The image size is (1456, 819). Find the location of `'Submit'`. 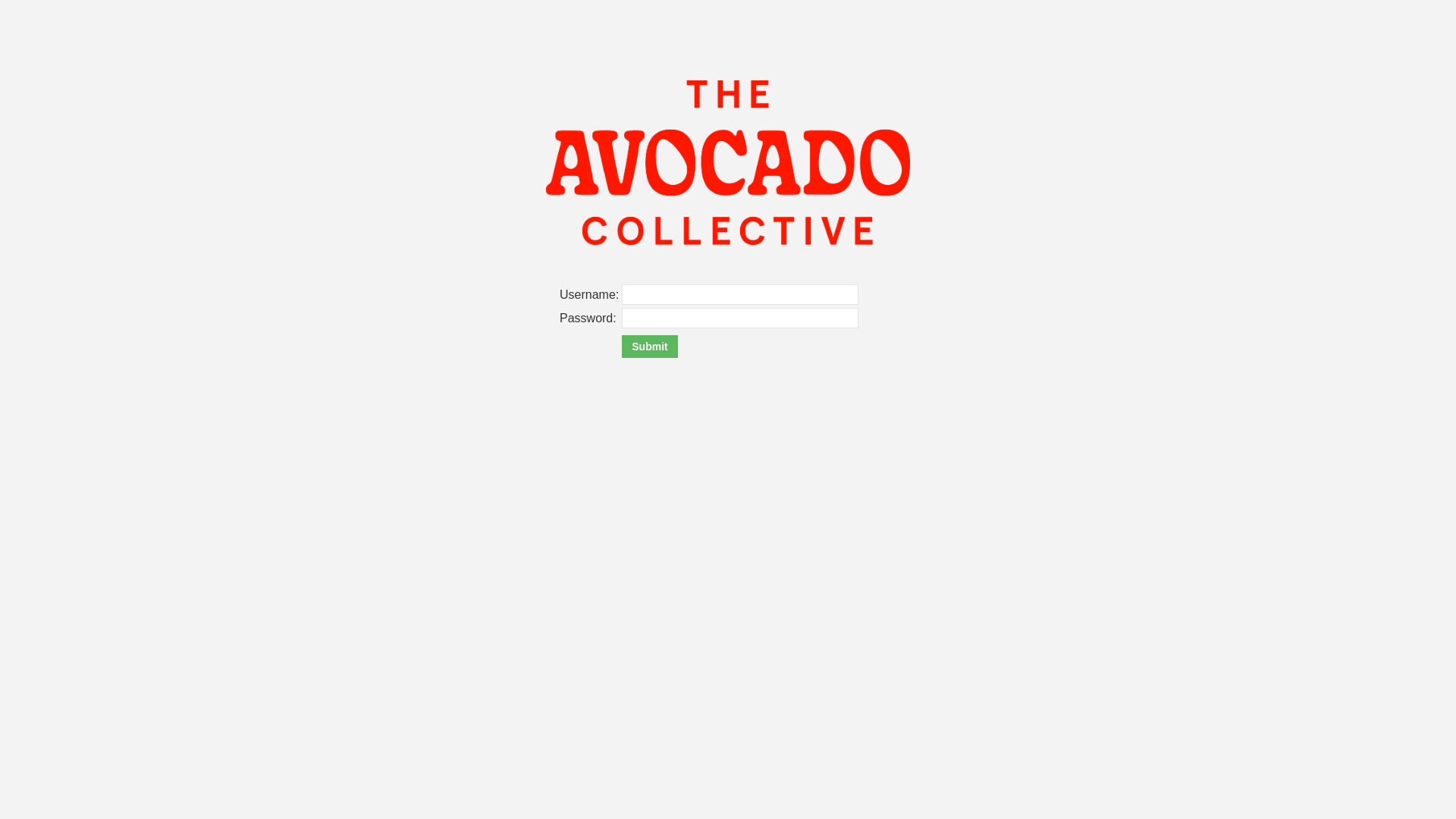

'Submit' is located at coordinates (649, 346).